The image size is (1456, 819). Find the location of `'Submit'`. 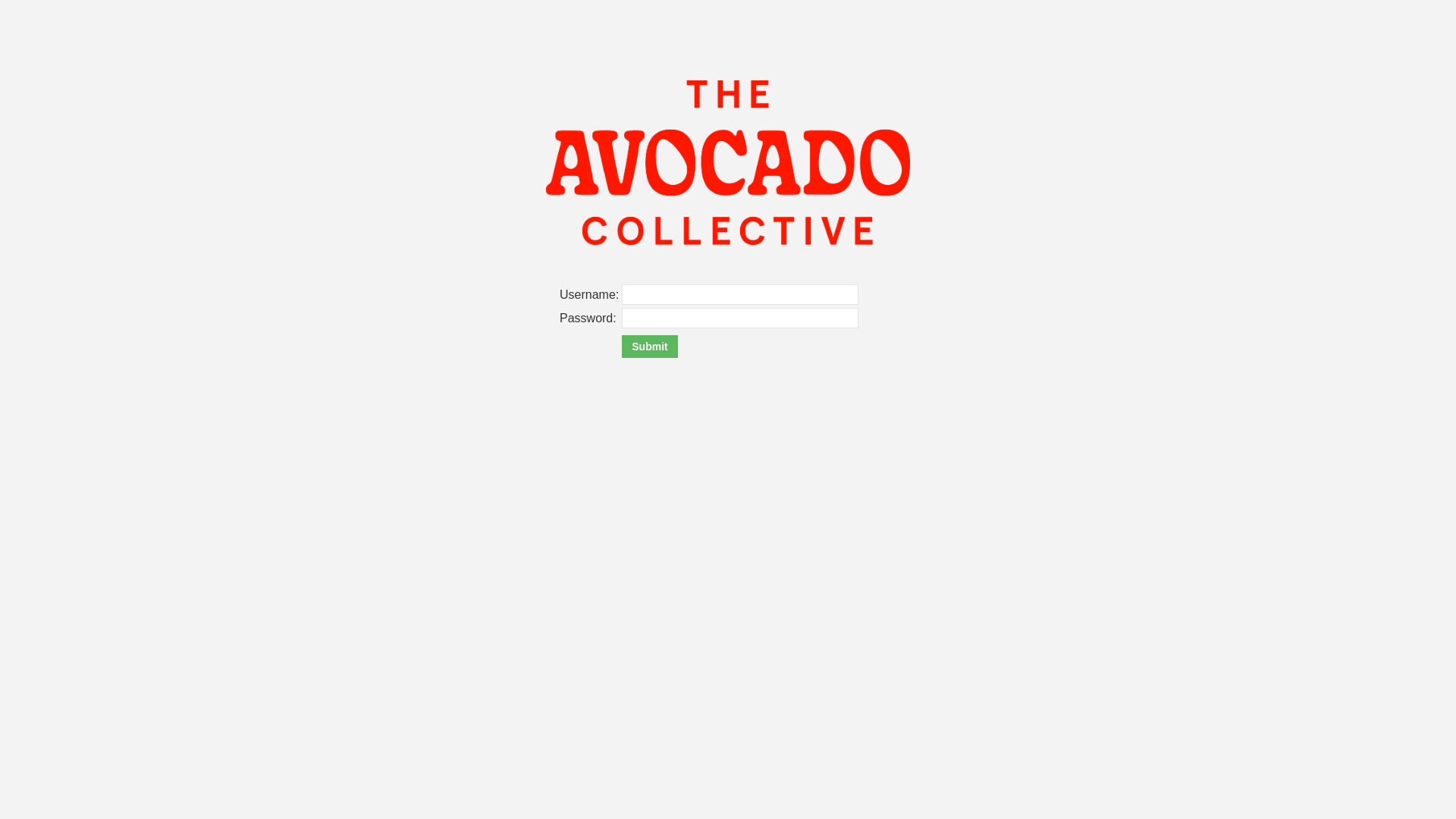

'Submit' is located at coordinates (649, 346).